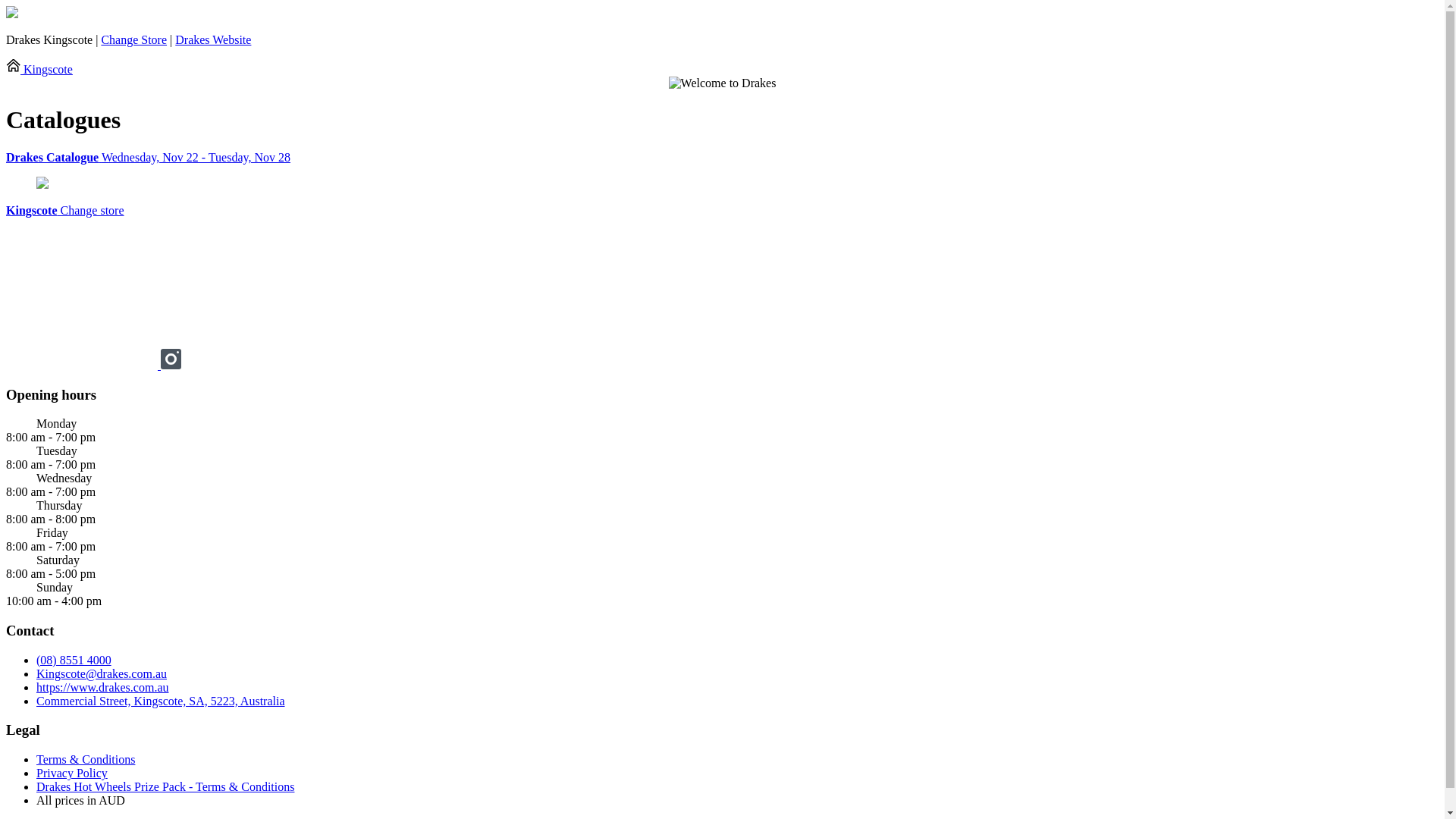 Image resolution: width=1456 pixels, height=819 pixels. I want to click on 'Drakes Hot Wheels Prize Pack - Terms & Conditions', so click(165, 786).